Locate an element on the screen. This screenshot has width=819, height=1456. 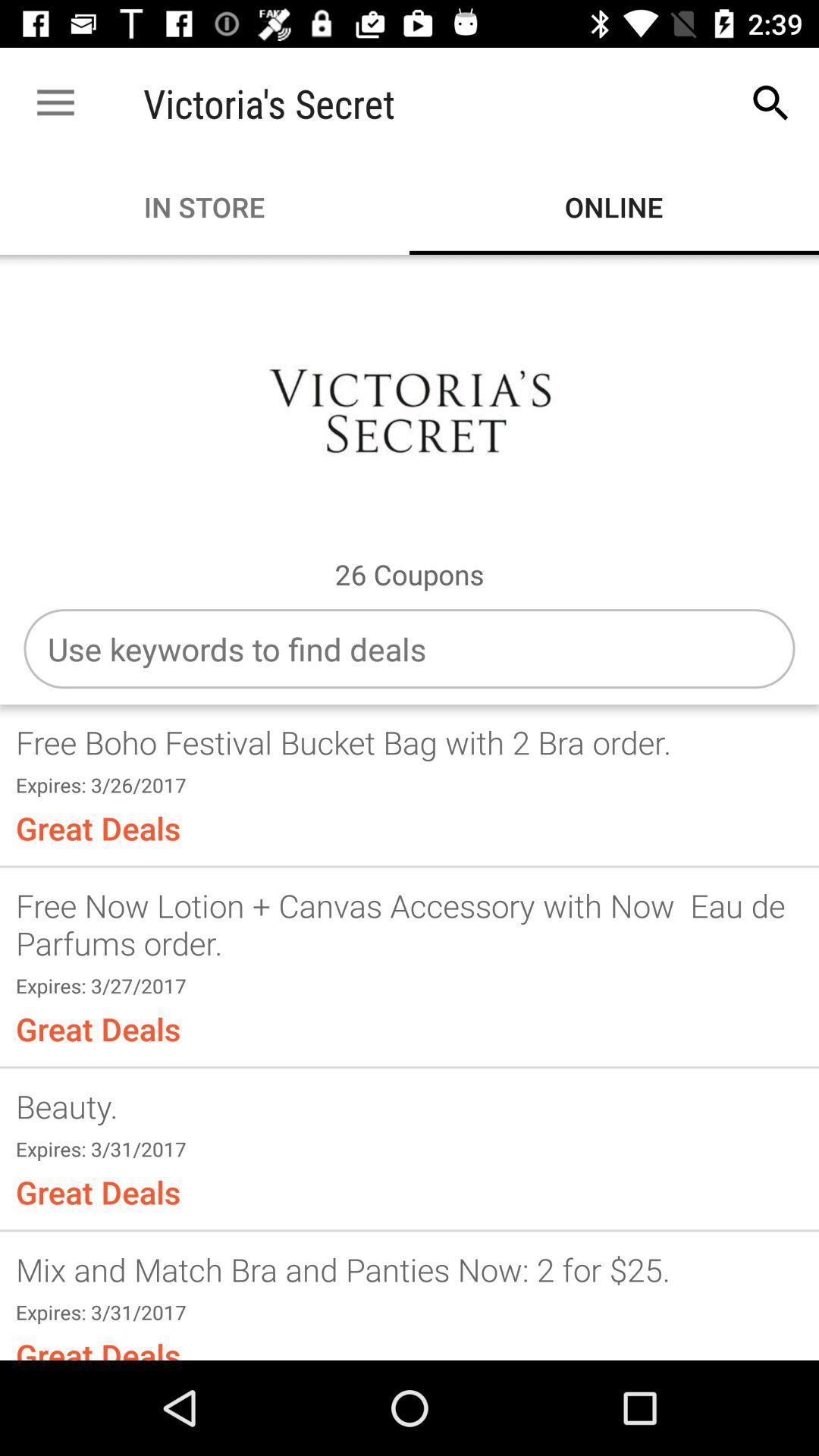
the item to the left of the victoria's secret  item is located at coordinates (55, 102).